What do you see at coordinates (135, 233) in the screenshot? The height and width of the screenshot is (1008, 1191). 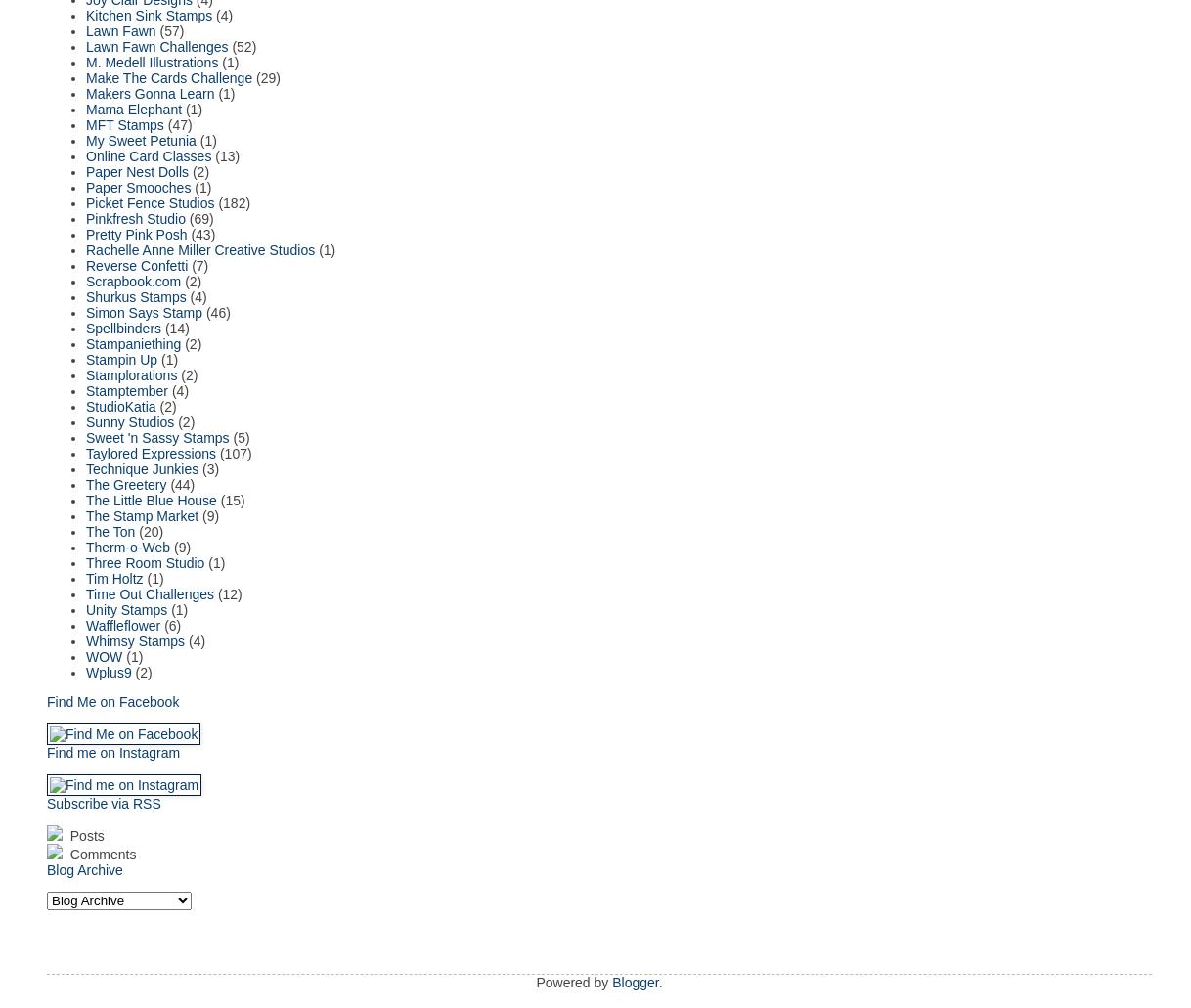 I see `'Pretty Pink Posh'` at bounding box center [135, 233].